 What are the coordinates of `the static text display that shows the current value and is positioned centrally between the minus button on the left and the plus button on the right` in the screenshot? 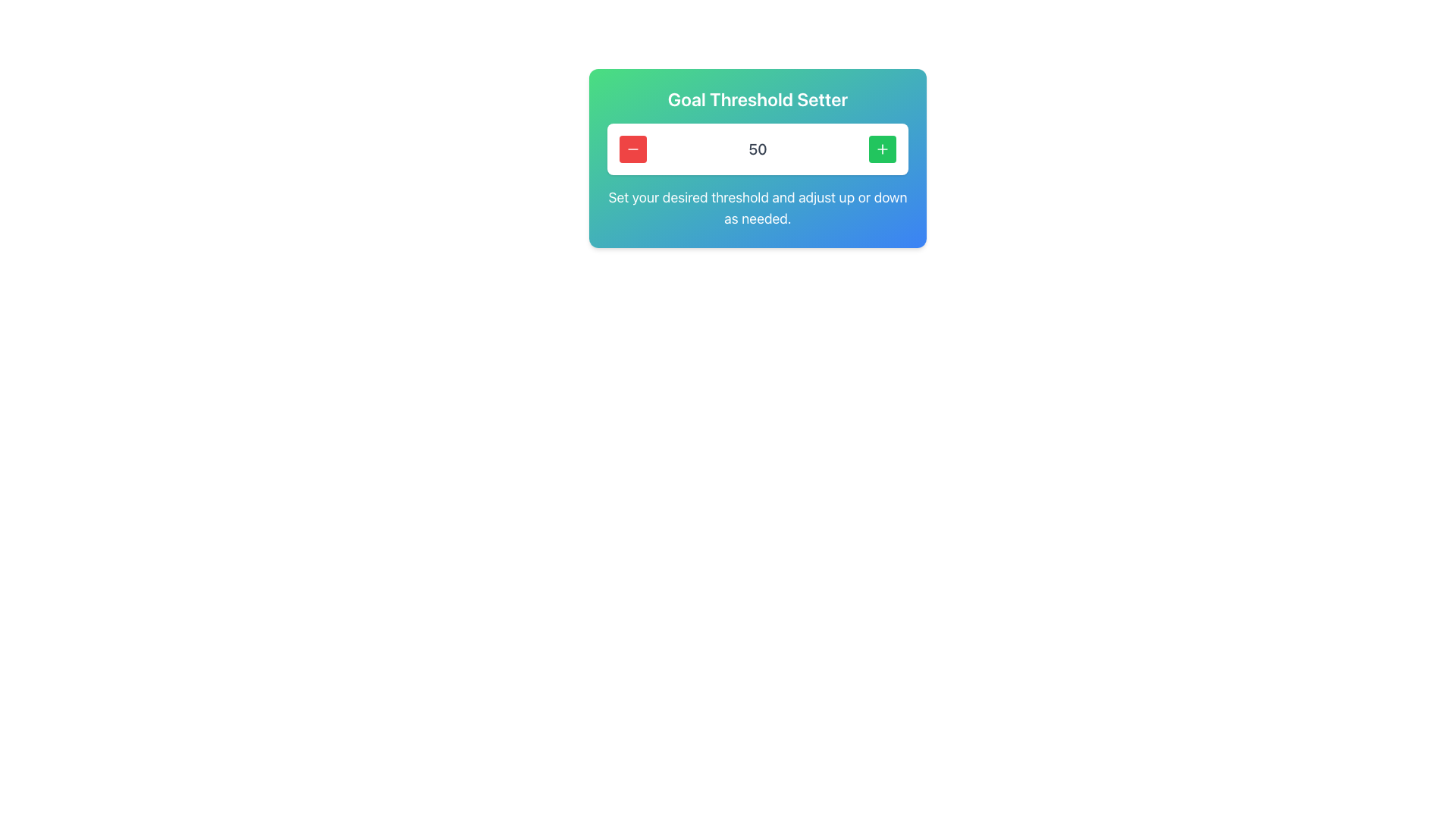 It's located at (758, 149).